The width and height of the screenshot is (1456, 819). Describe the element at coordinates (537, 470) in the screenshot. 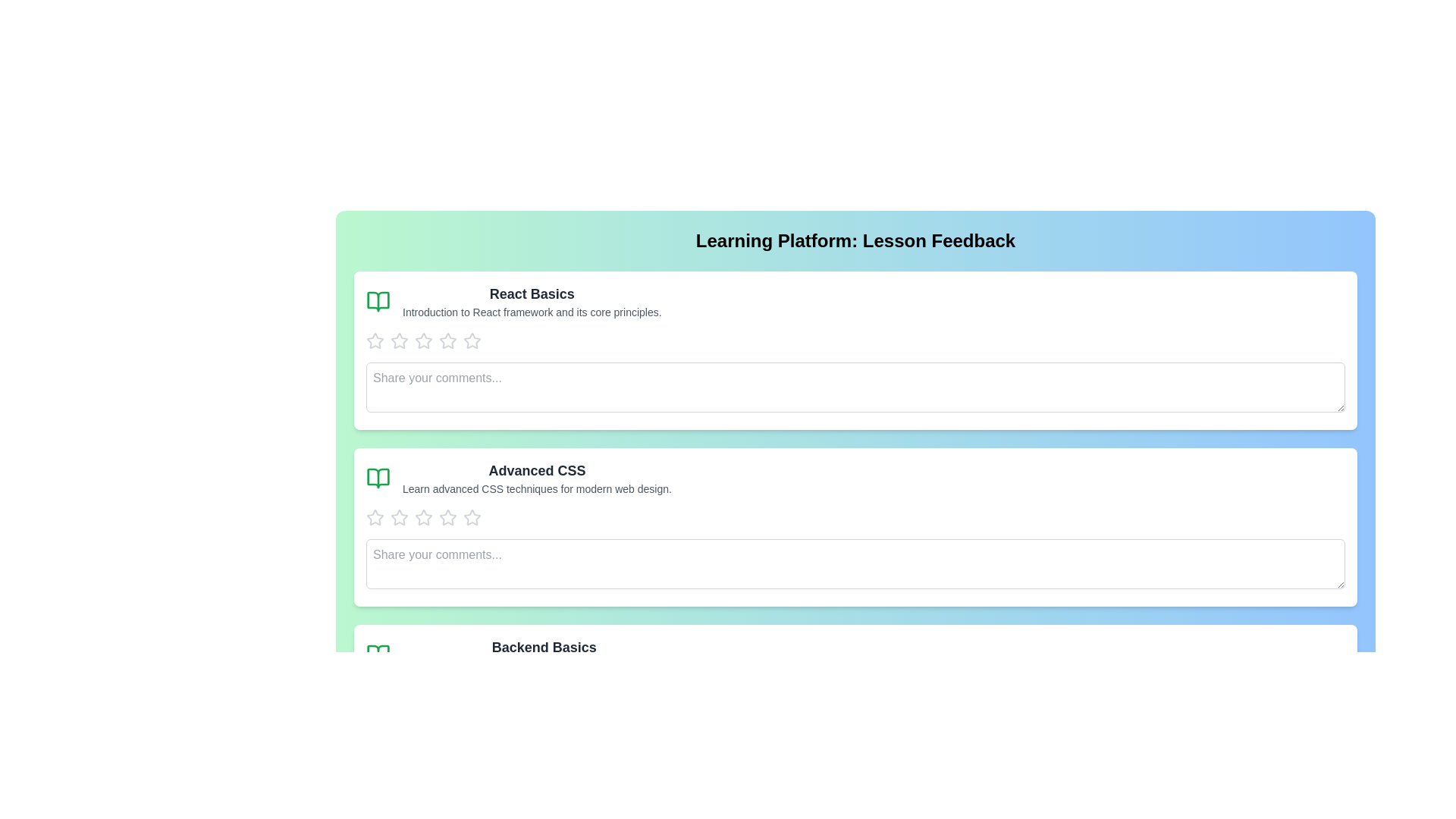

I see `the bold, large-text title labeled 'Advanced CSS', styled in dark gray, which is centrally positioned above descriptive text within the second card of a vertical list` at that location.